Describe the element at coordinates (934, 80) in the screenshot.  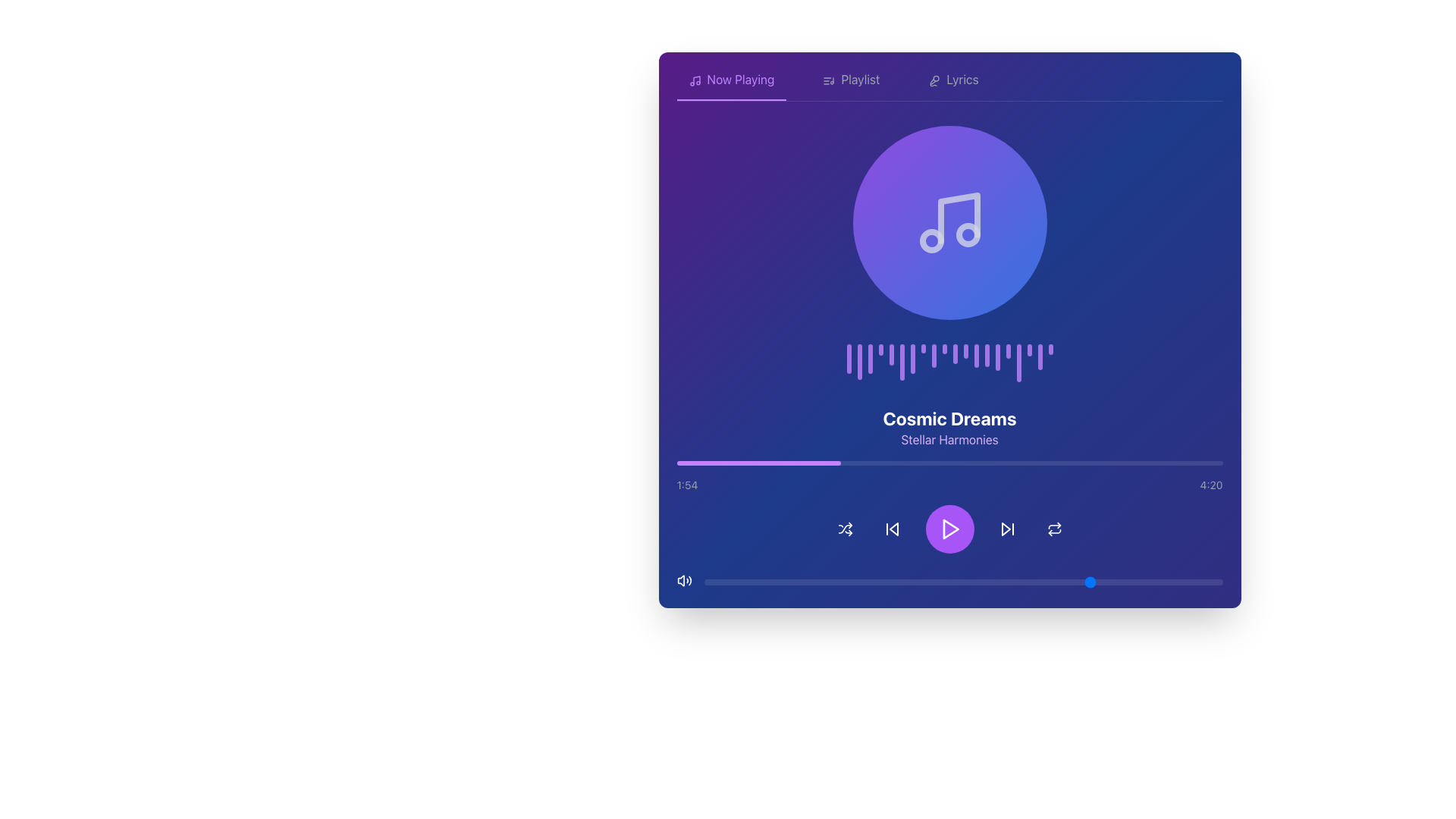
I see `the microphone icon representing the 'Lyrics' feature, located to the left of the 'Lyrics' label in the top navigation bar` at that location.